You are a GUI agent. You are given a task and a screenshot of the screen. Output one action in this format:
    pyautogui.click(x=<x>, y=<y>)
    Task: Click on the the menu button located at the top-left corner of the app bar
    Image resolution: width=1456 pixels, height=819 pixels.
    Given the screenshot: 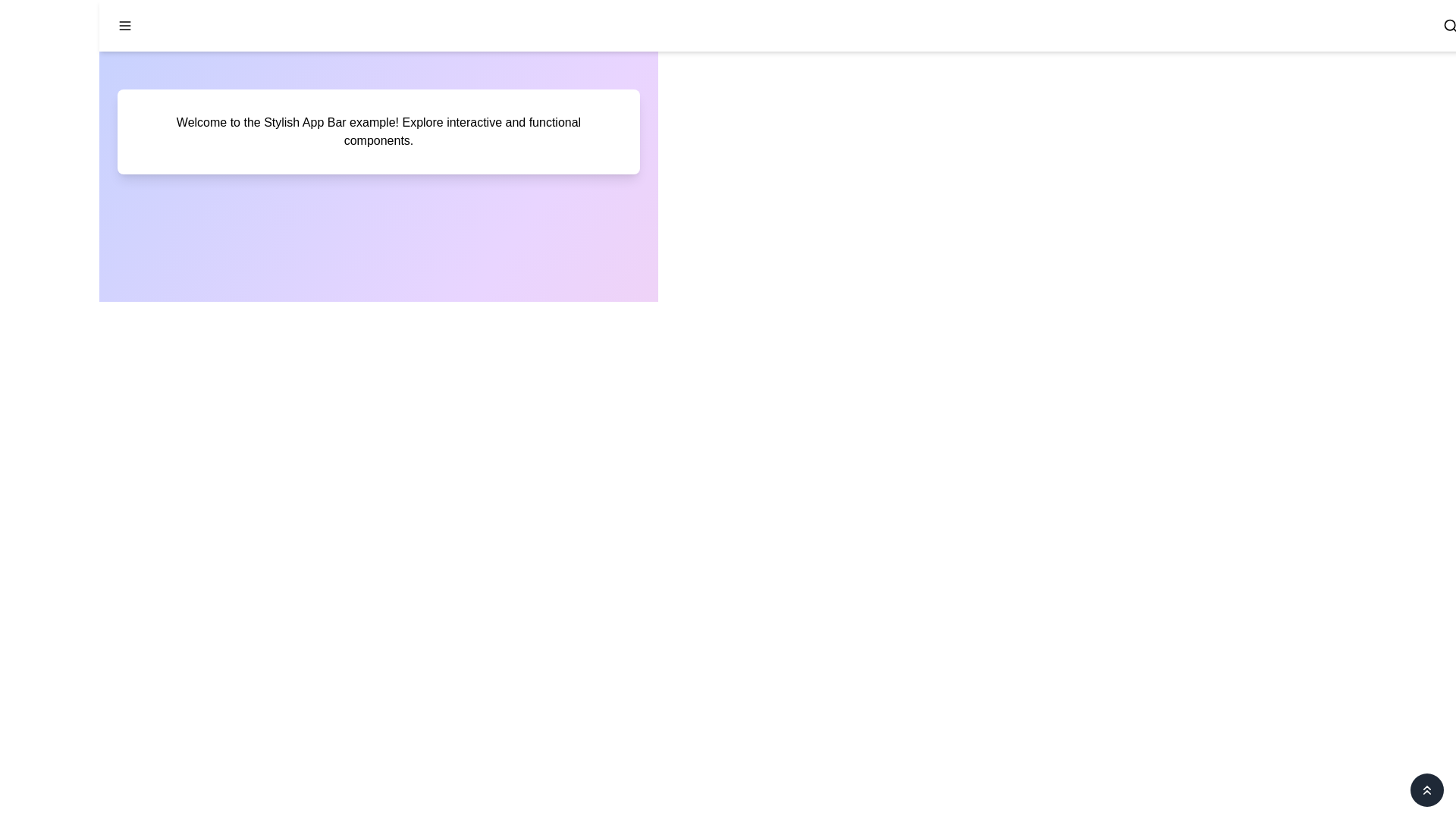 What is the action you would take?
    pyautogui.click(x=124, y=26)
    